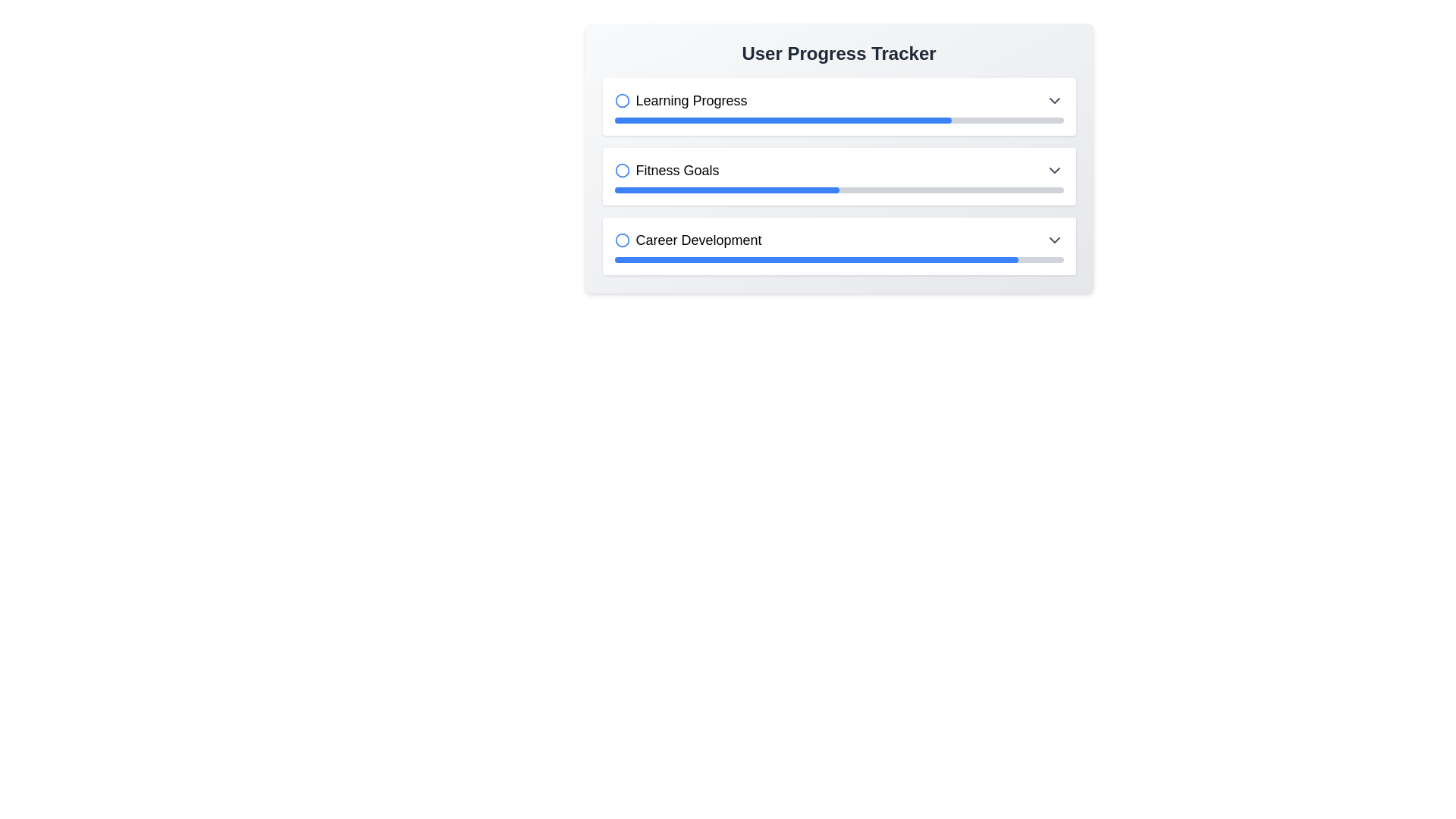 The width and height of the screenshot is (1456, 819). What do you see at coordinates (679, 100) in the screenshot?
I see `the static label indicating the learning progress of the user, located in the 'Learning Progress' section of the 'User Progress Tracker'` at bounding box center [679, 100].